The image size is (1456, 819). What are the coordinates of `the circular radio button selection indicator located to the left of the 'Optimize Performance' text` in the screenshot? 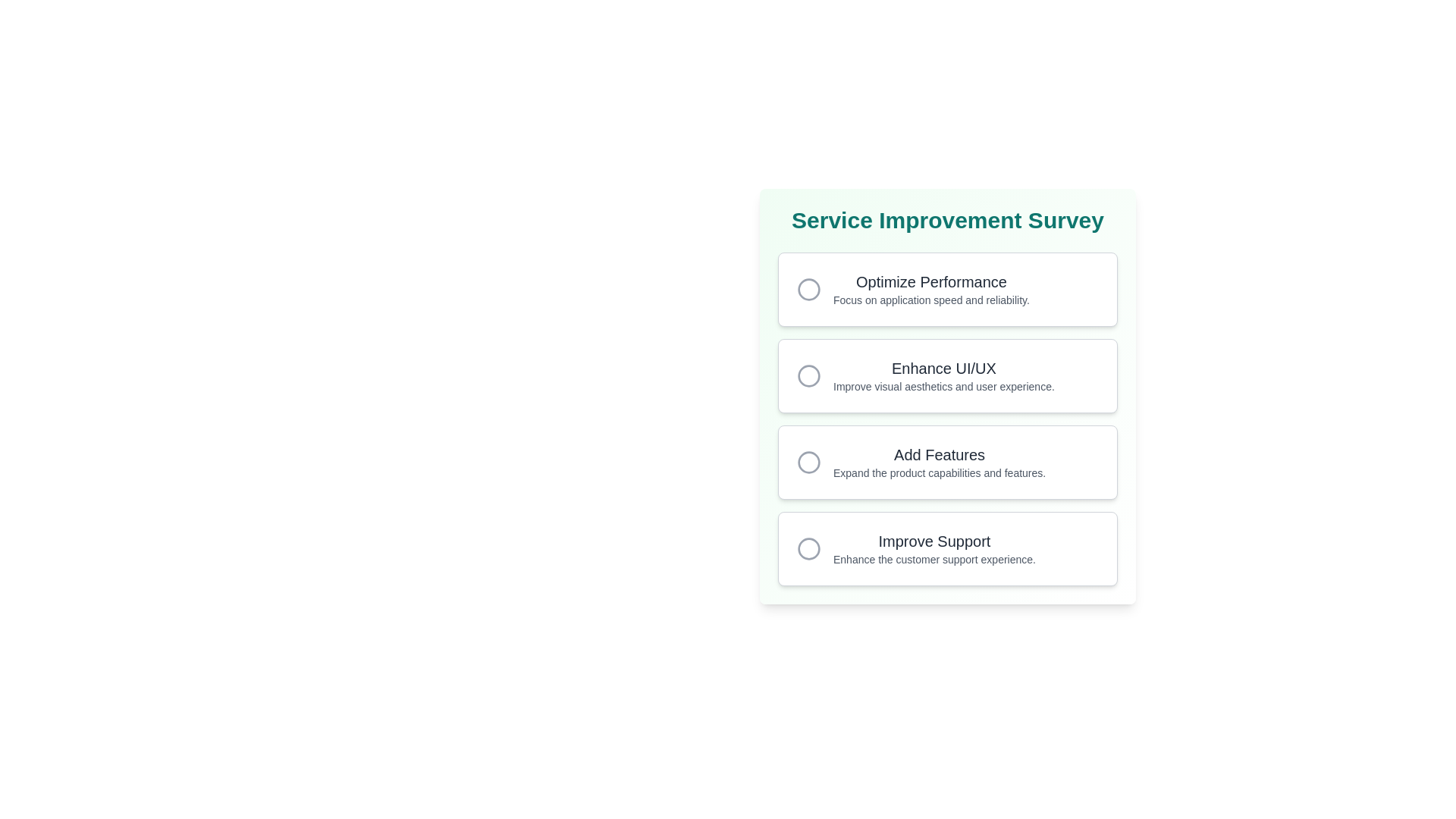 It's located at (808, 289).